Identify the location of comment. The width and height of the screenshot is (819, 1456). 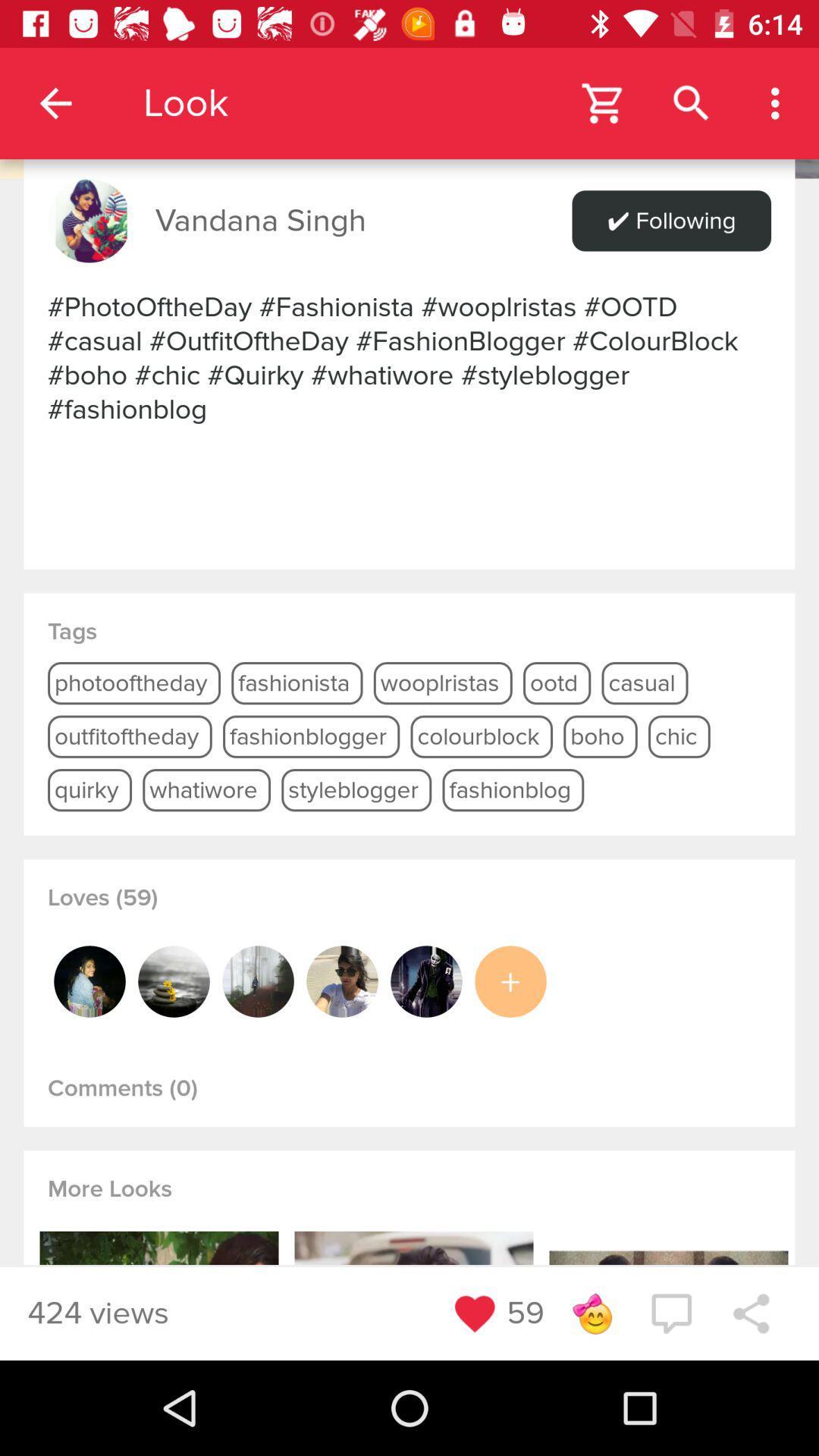
(670, 1313).